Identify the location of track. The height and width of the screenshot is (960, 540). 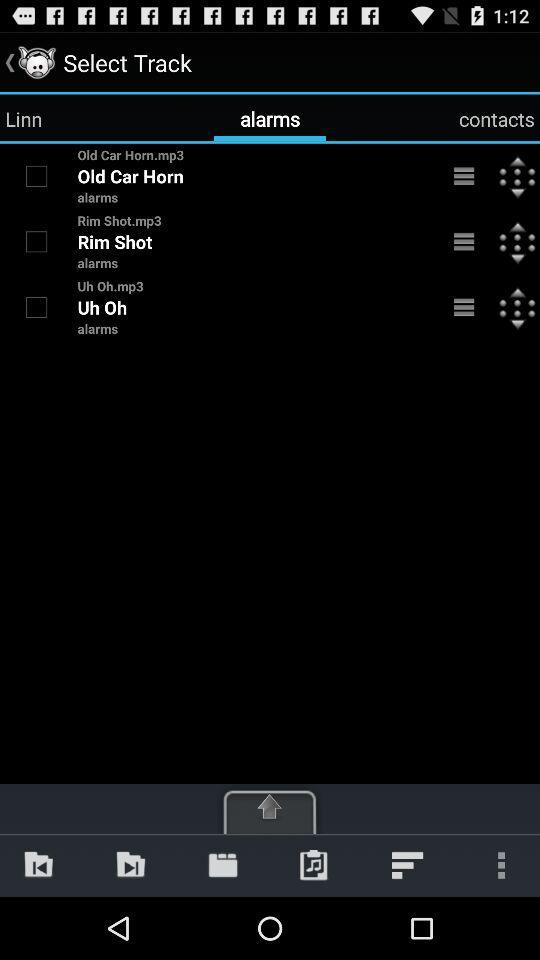
(36, 240).